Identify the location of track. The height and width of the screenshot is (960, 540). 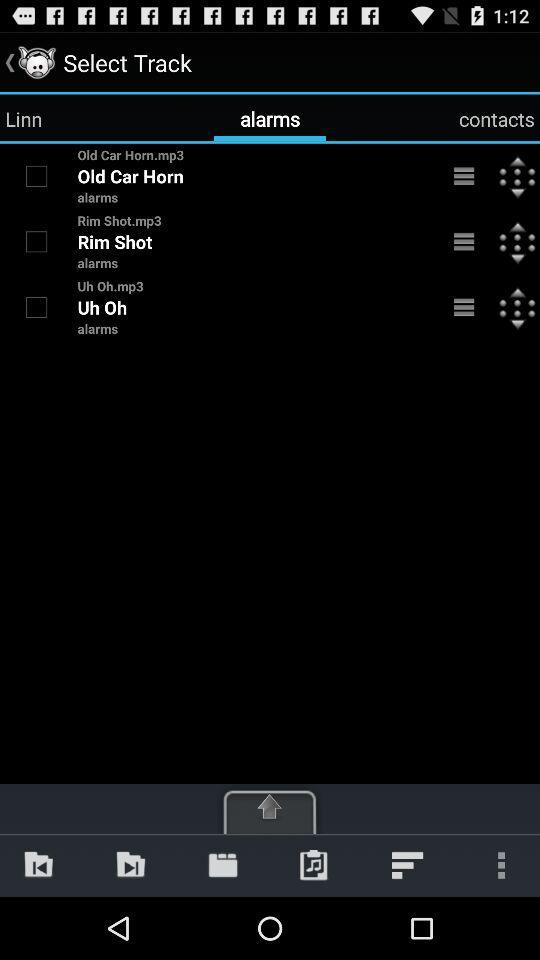
(36, 240).